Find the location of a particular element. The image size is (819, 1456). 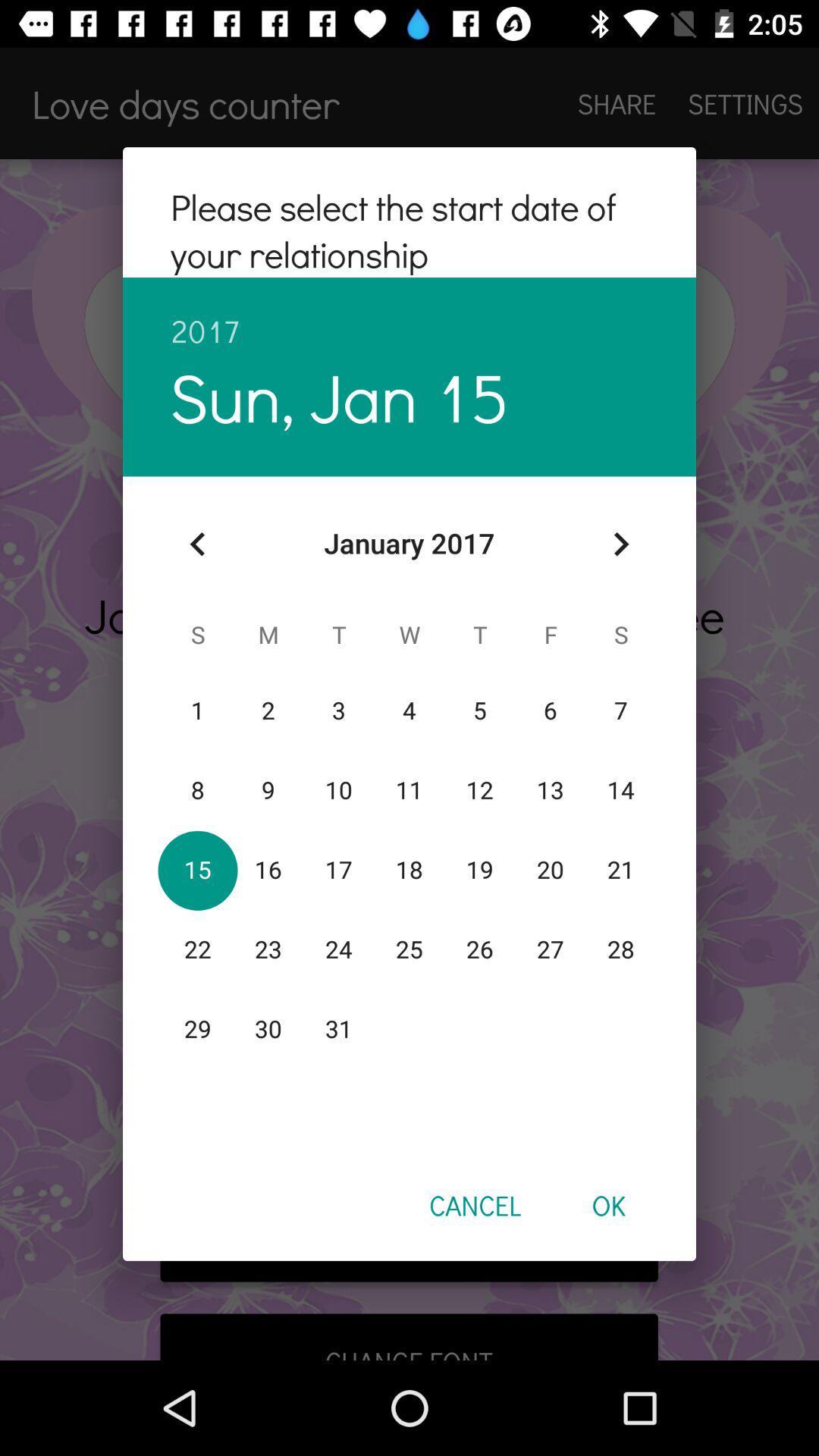

item below the 2017 item is located at coordinates (620, 544).